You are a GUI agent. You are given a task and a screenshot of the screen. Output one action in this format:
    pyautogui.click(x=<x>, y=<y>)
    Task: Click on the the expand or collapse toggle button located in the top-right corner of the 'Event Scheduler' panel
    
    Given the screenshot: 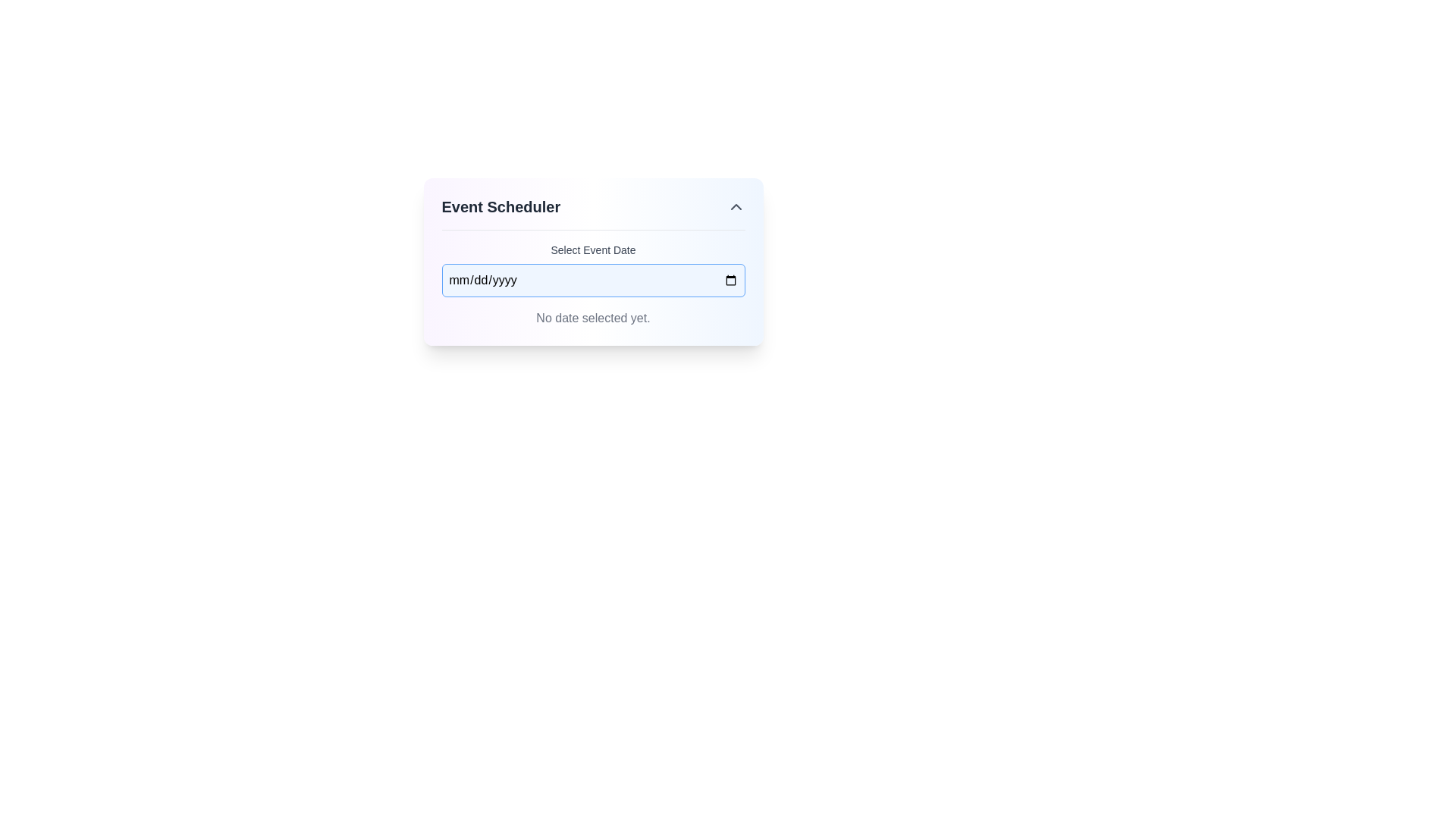 What is the action you would take?
    pyautogui.click(x=736, y=207)
    